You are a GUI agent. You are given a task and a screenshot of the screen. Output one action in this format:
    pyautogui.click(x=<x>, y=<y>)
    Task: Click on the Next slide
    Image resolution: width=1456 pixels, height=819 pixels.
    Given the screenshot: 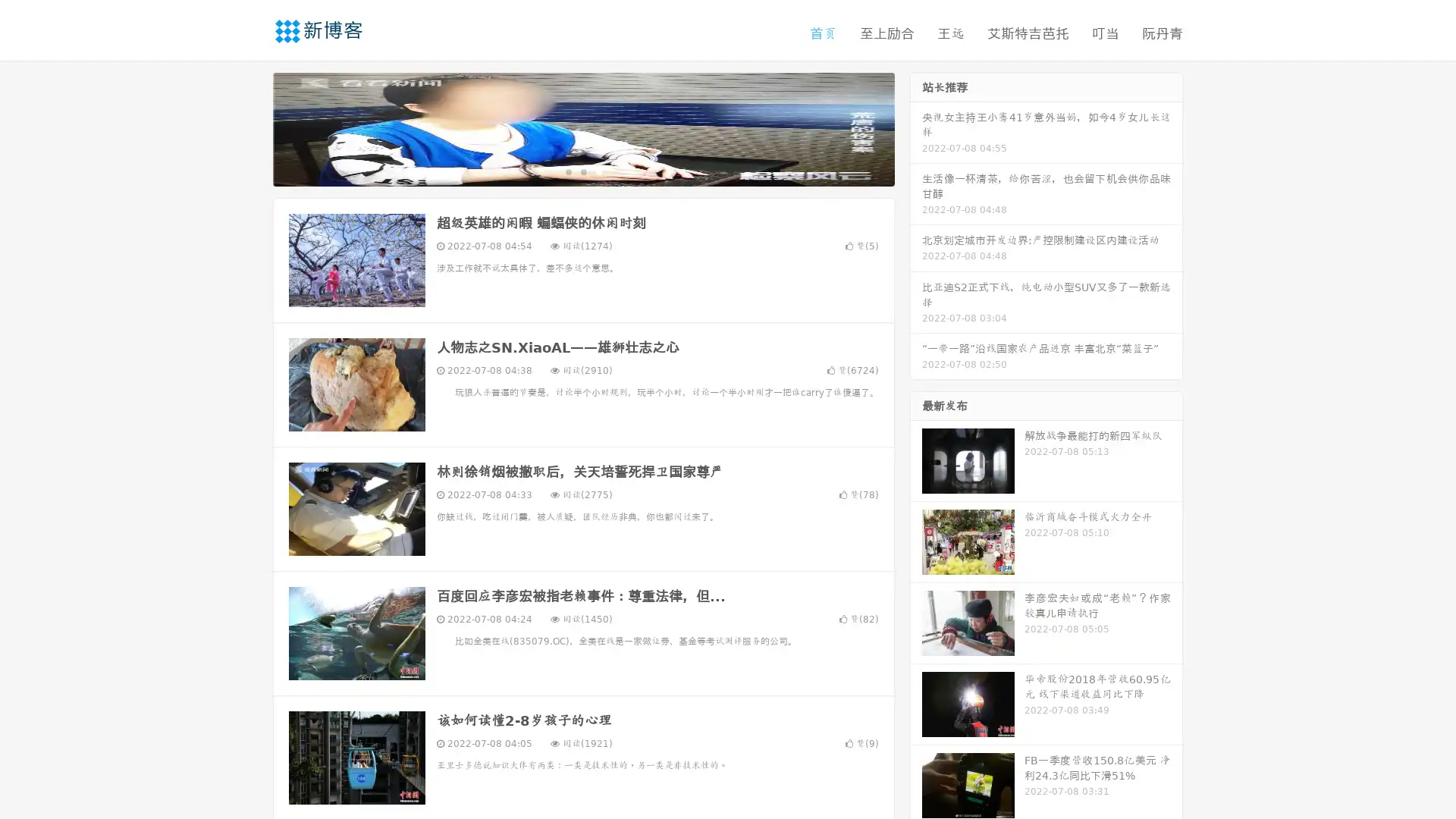 What is the action you would take?
    pyautogui.click(x=916, y=127)
    